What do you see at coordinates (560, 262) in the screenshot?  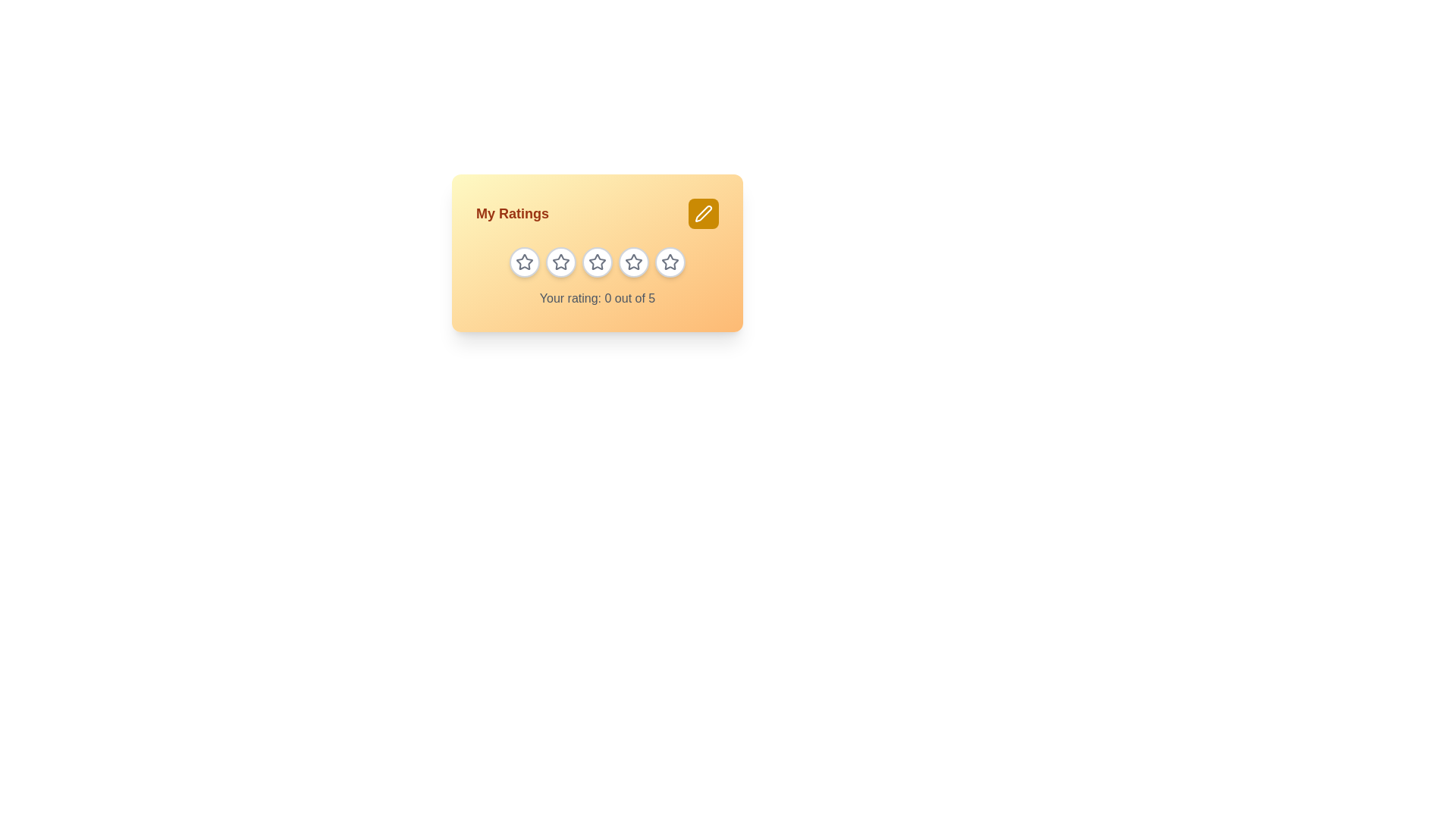 I see `the second star-shaped SVG icon in the rating scale for feedback` at bounding box center [560, 262].